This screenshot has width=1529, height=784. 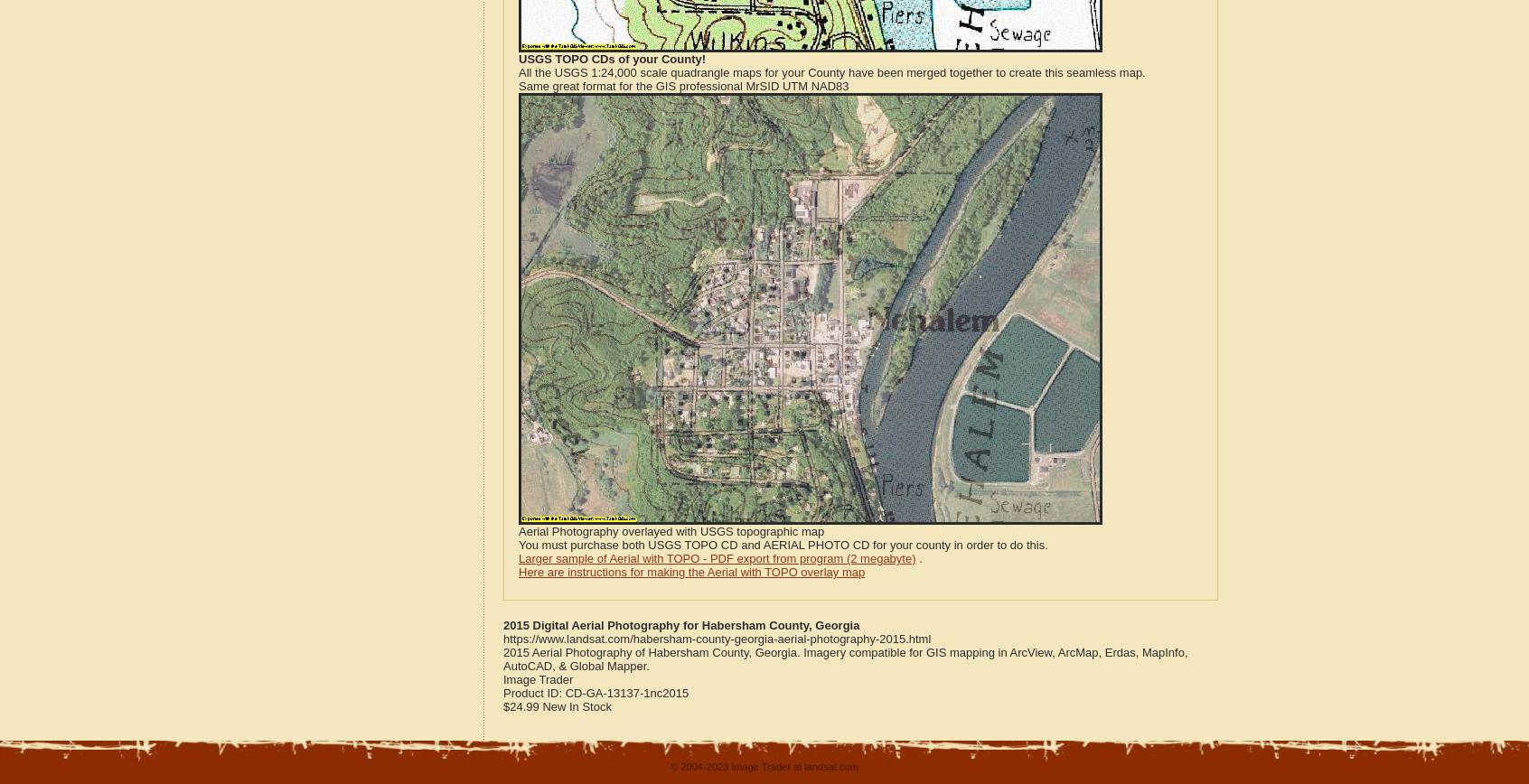 I want to click on '.', so click(x=917, y=558).